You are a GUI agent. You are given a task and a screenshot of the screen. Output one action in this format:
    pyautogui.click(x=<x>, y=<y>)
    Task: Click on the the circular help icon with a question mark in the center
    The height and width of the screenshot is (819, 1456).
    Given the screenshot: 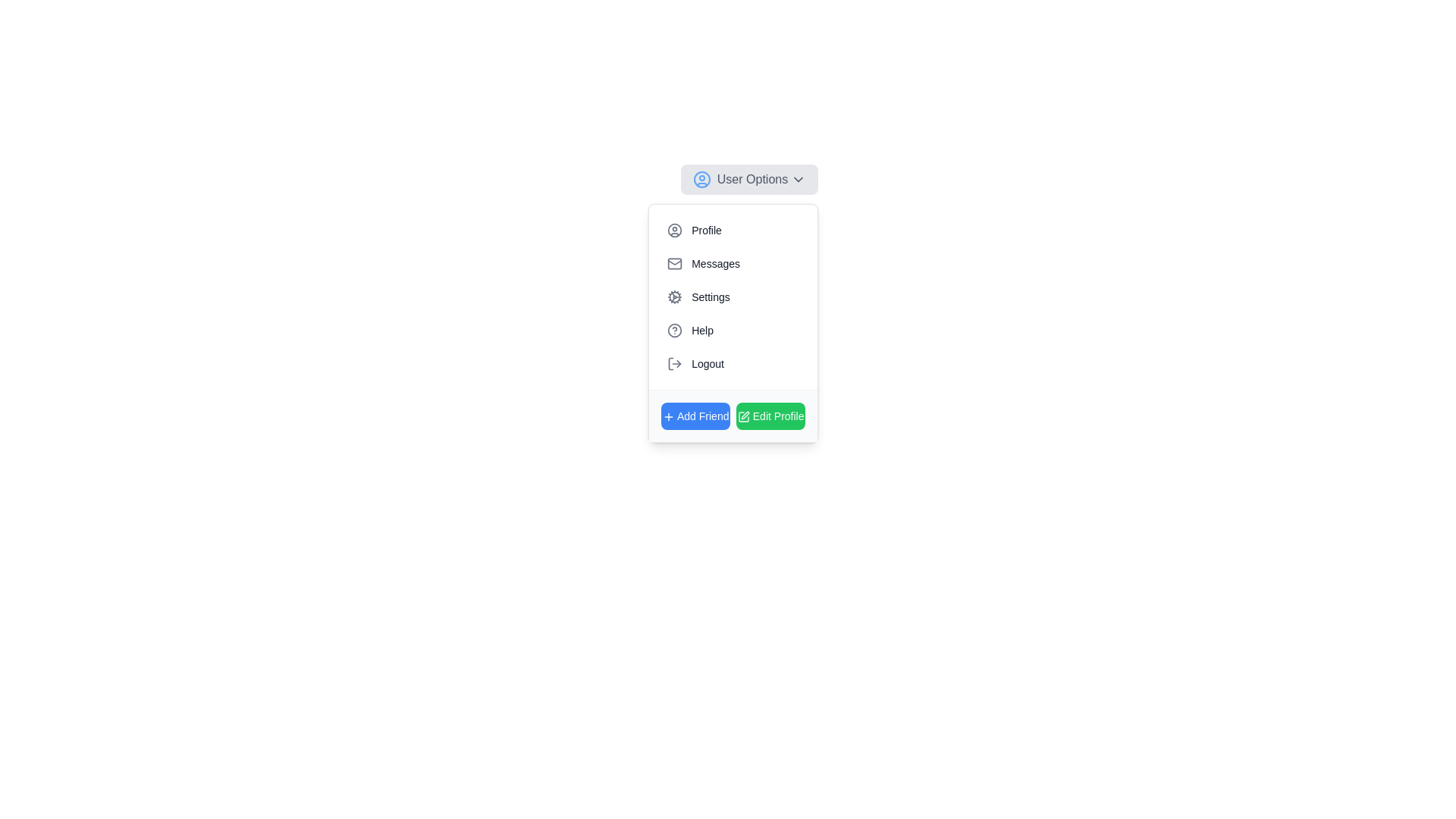 What is the action you would take?
    pyautogui.click(x=674, y=329)
    